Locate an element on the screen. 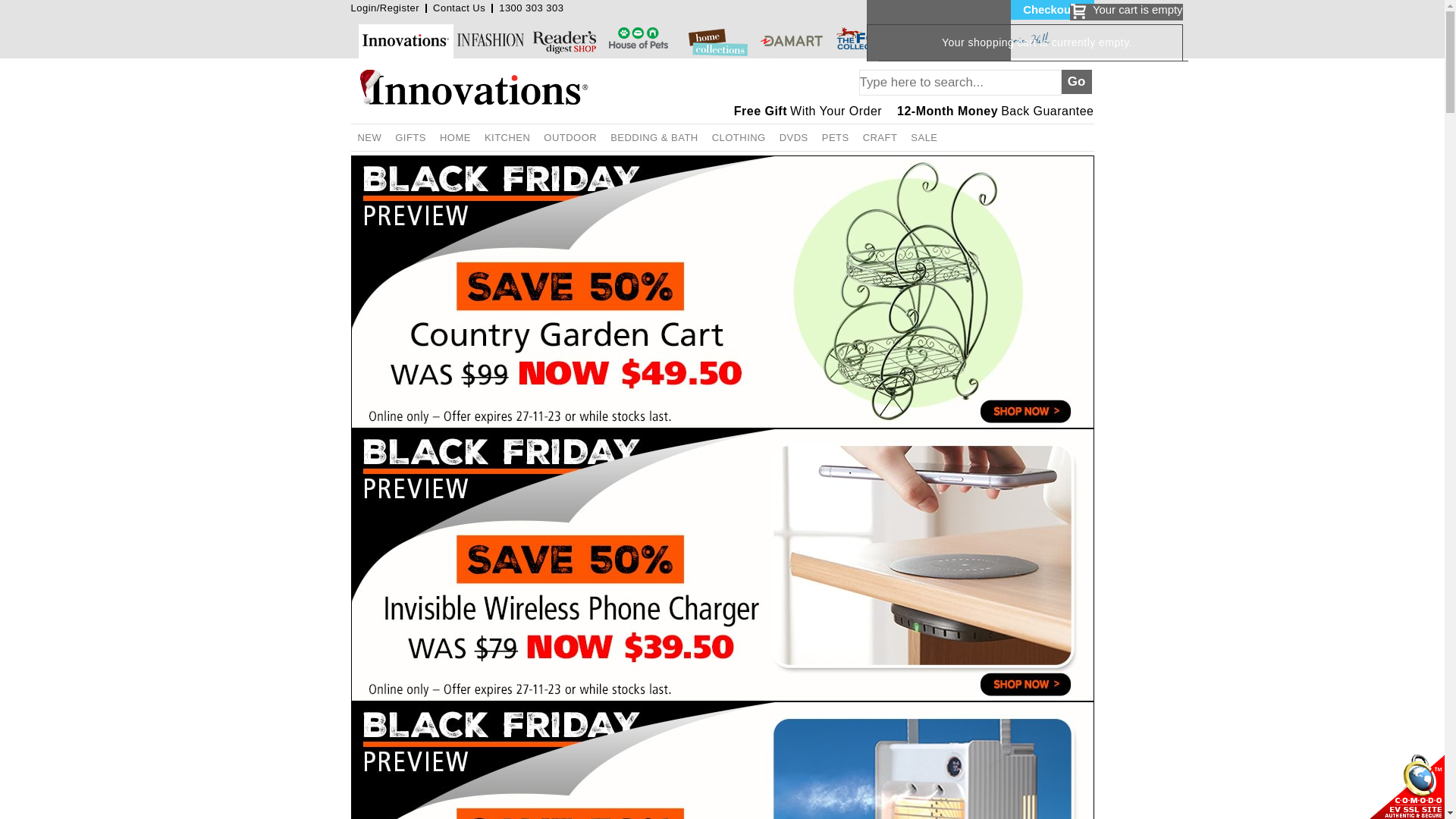 The height and width of the screenshot is (819, 1456). 'HOME' is located at coordinates (454, 137).